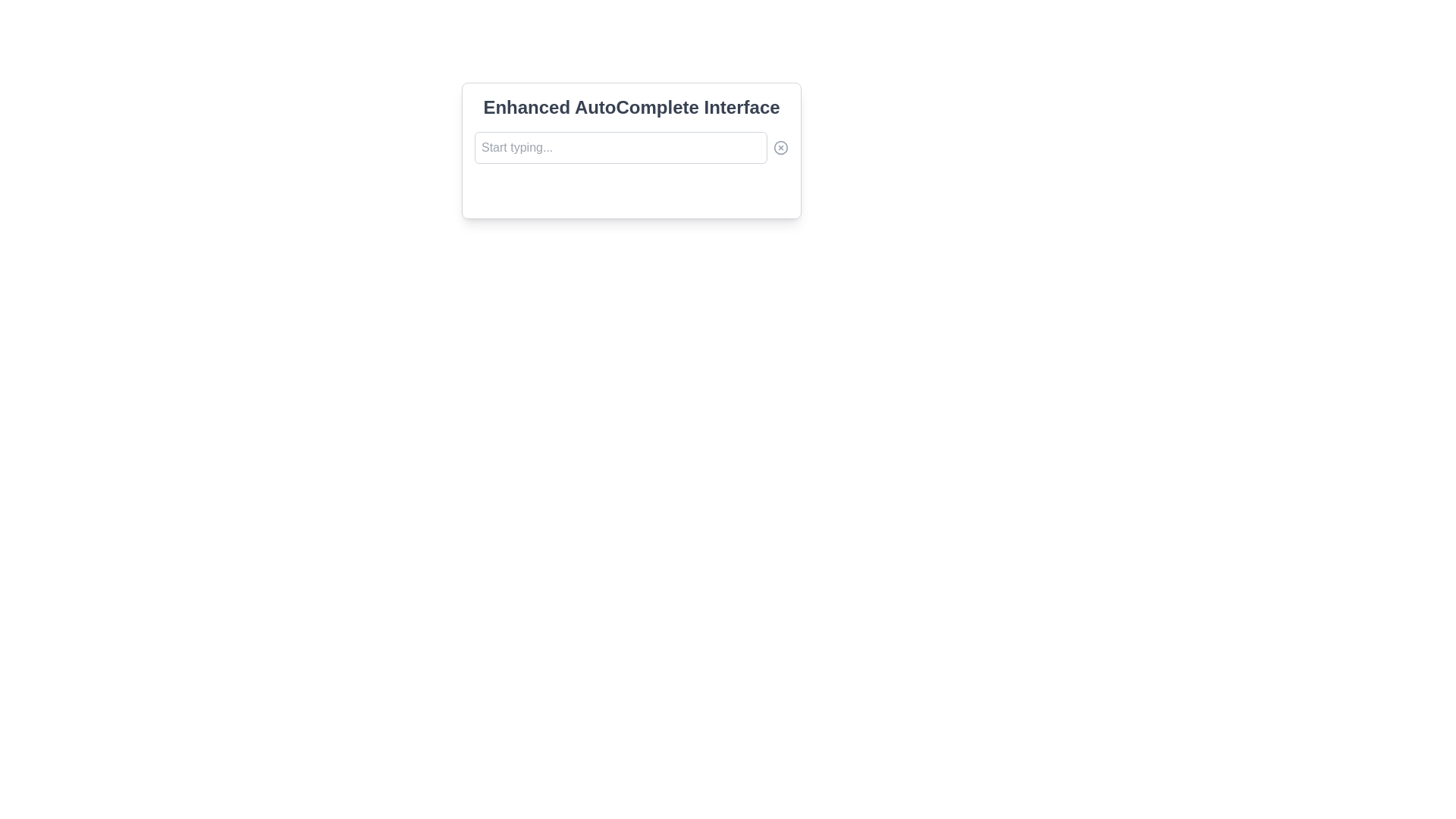  What do you see at coordinates (781, 148) in the screenshot?
I see `the decorative SVG circle positioned at the center of the icon to the right of the input field, which symbolizes a cancel action` at bounding box center [781, 148].